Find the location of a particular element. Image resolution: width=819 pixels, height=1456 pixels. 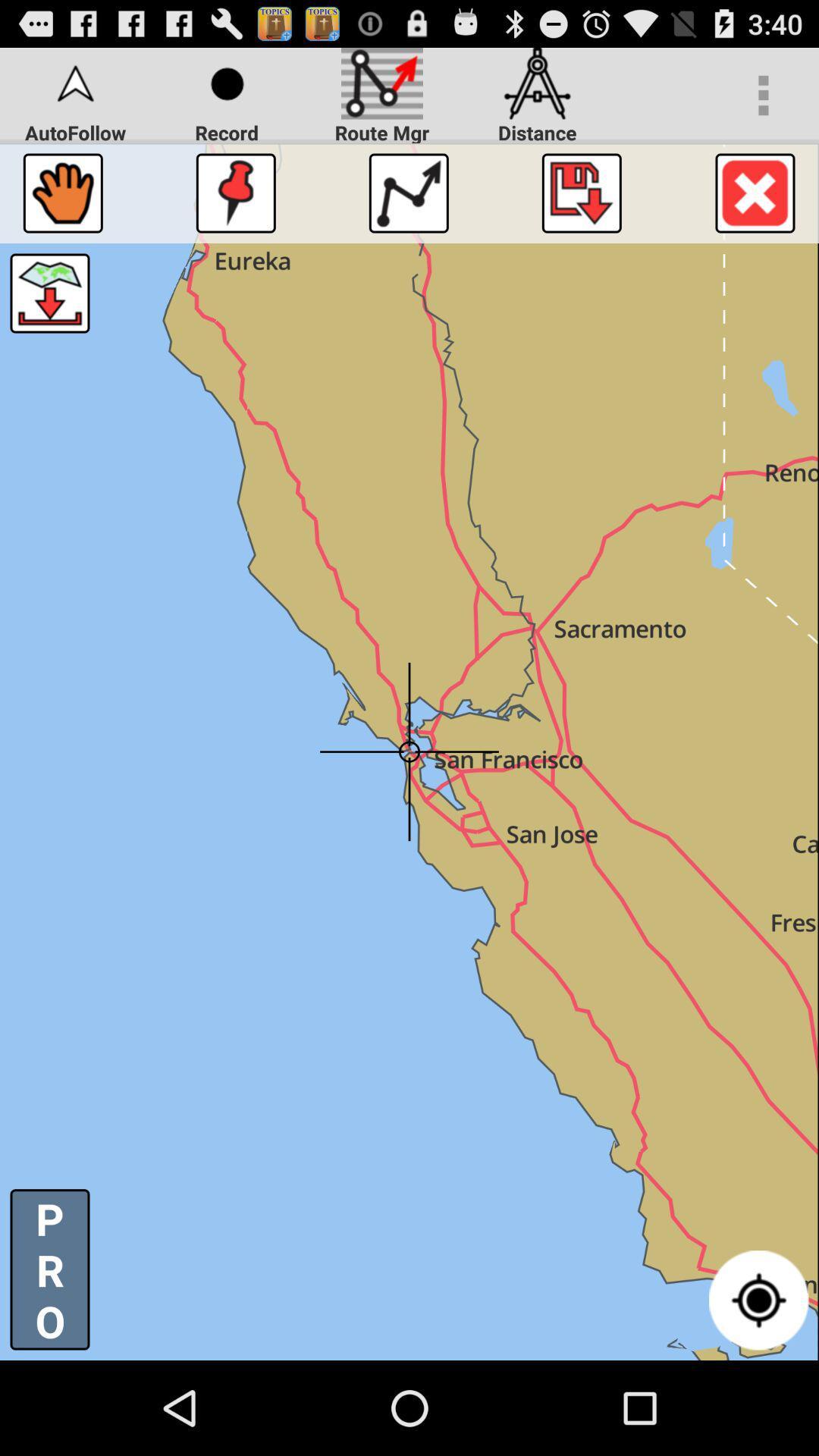

map is located at coordinates (581, 192).